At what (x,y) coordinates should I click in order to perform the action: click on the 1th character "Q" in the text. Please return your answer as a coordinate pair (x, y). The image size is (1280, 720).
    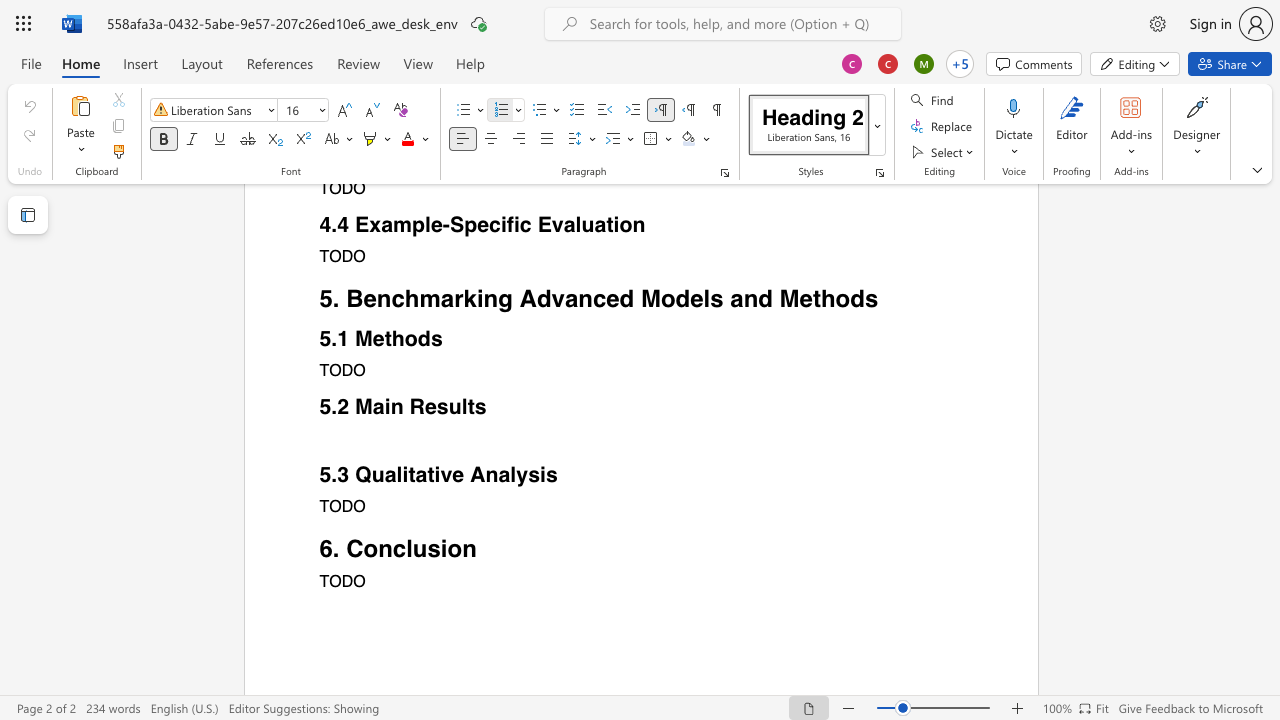
    Looking at the image, I should click on (363, 475).